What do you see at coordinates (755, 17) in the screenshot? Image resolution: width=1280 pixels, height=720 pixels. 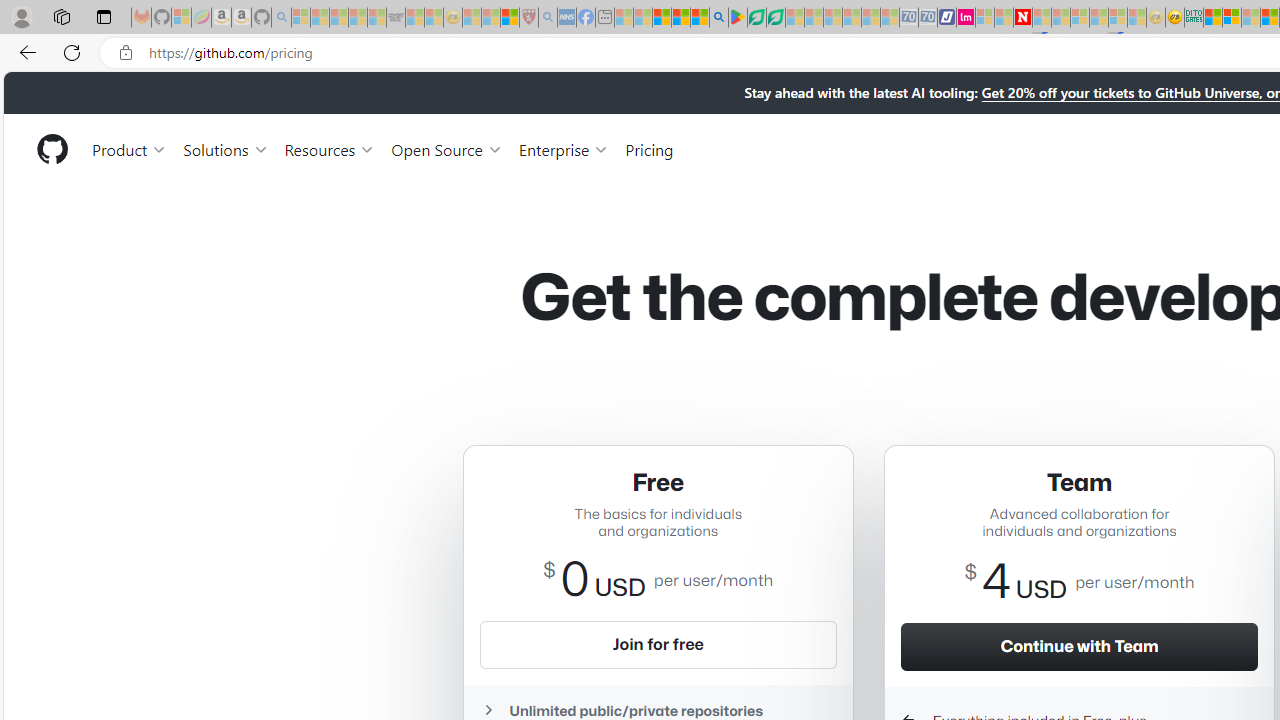 I see `'Terms of Use Agreement'` at bounding box center [755, 17].